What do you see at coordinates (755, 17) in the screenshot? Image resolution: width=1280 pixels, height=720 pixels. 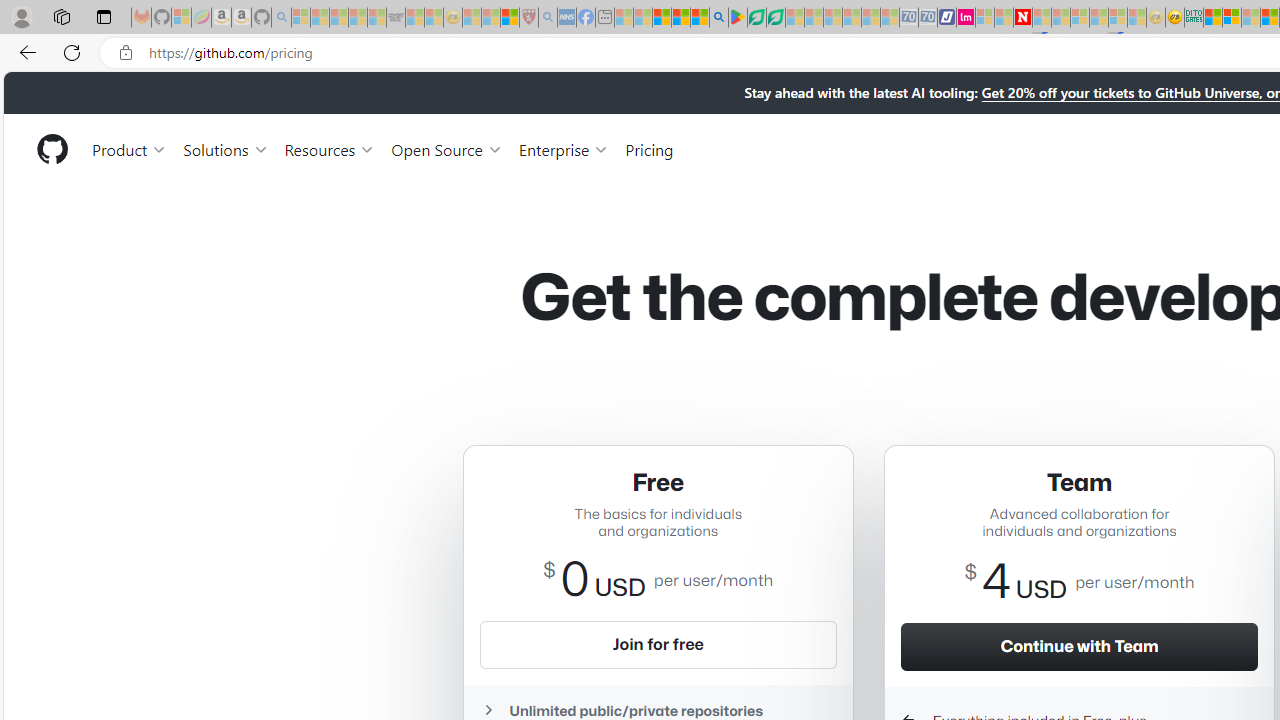 I see `'Terms of Use Agreement'` at bounding box center [755, 17].